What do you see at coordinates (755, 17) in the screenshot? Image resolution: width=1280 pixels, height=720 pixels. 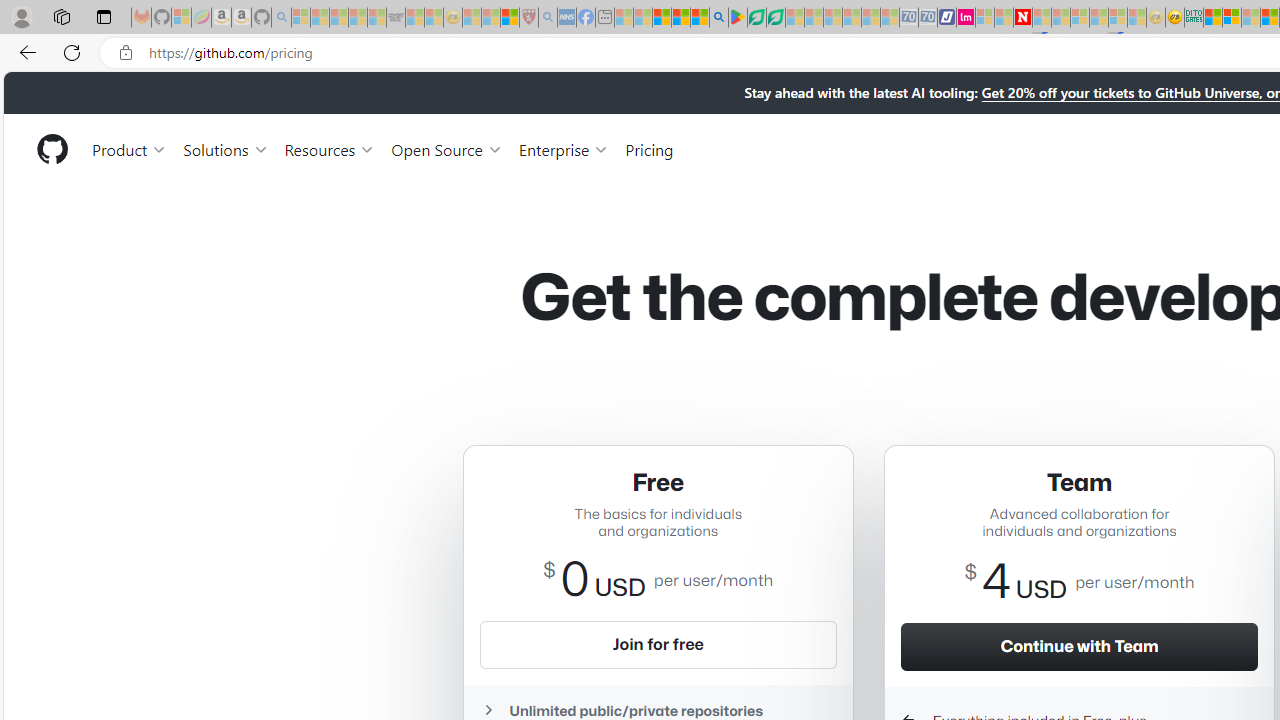 I see `'Terms of Use Agreement'` at bounding box center [755, 17].